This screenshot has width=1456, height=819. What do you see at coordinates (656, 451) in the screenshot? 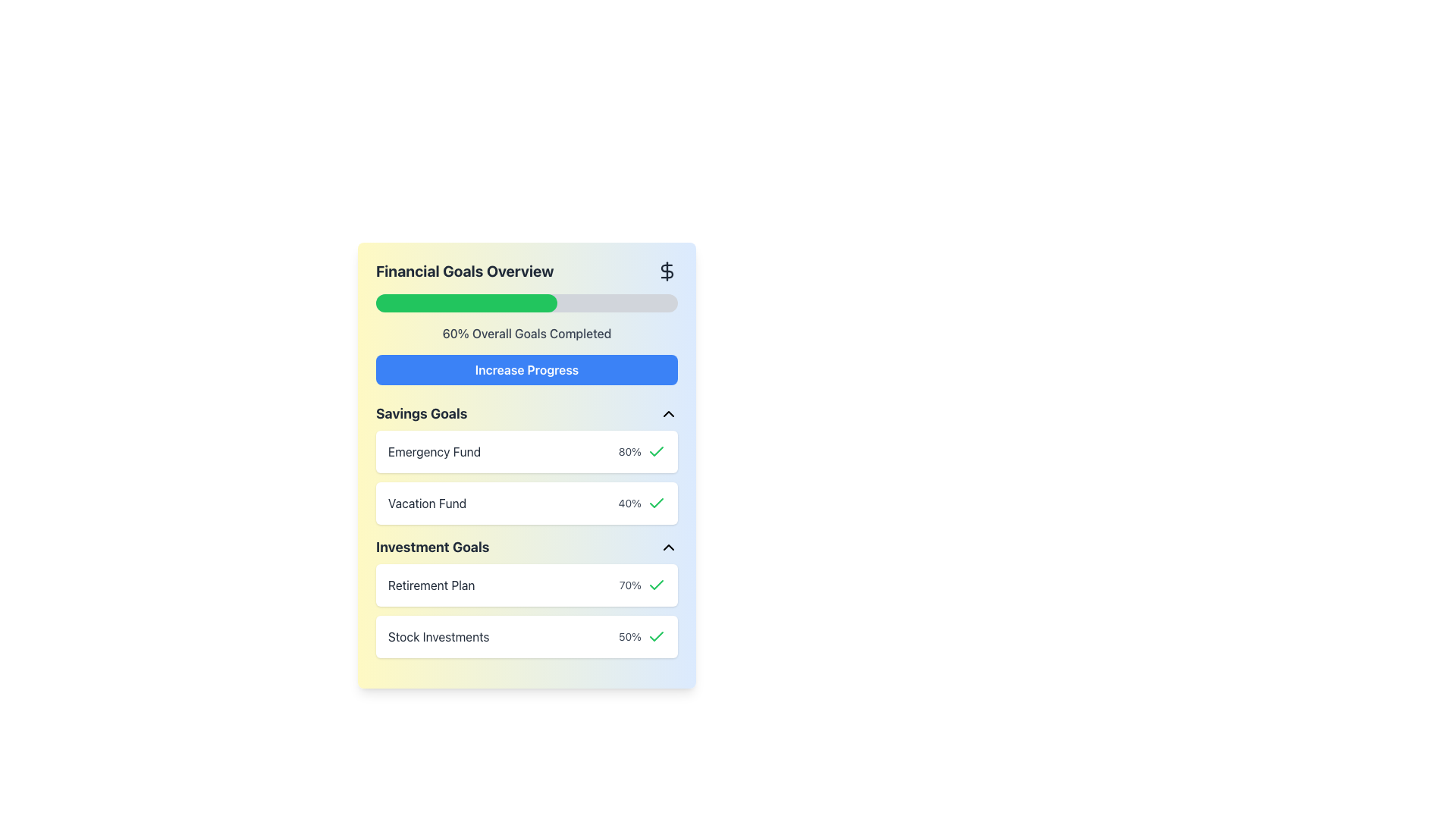
I see `the checkmark icon that signifies the completion status of the 'Emergency Fund' goal, located to the right of the '80%' text in the 'Savings Goals' section` at bounding box center [656, 451].